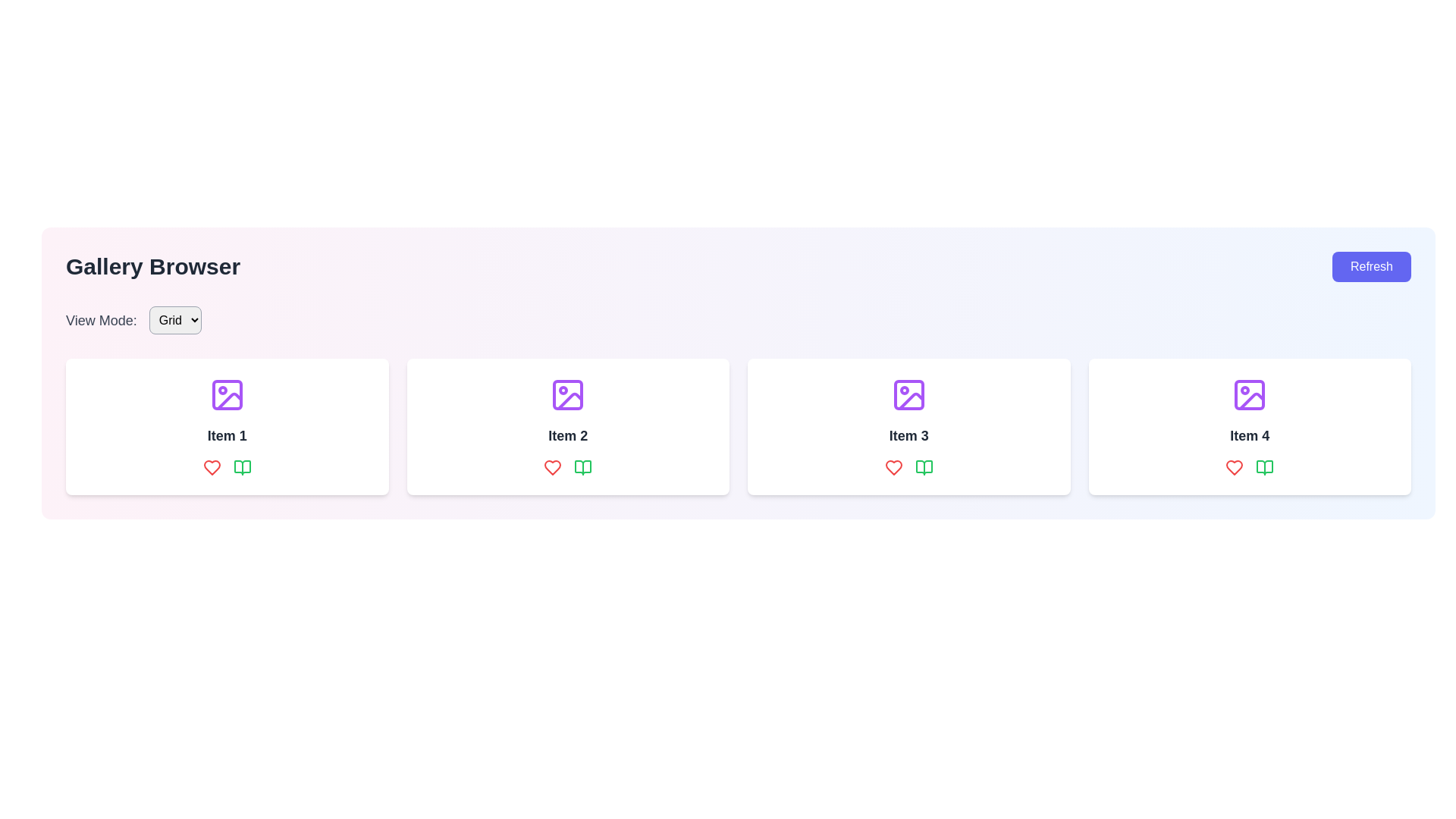  What do you see at coordinates (923, 467) in the screenshot?
I see `the green book icon located below the label 'Item 3' in the third column of the grid layout` at bounding box center [923, 467].